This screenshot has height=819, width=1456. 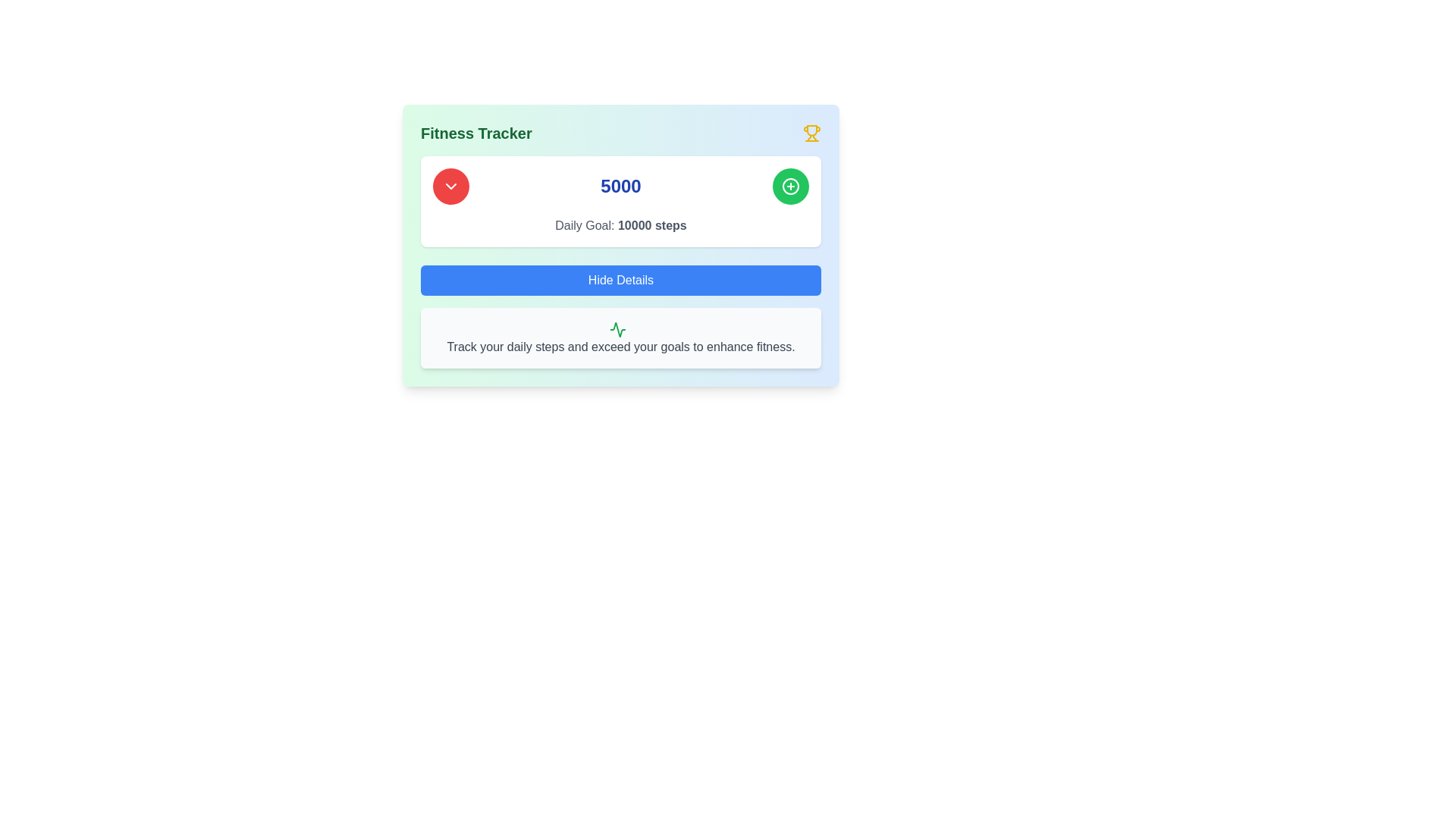 I want to click on the informational text block containing the green activity icon and the text 'Track your daily steps and exceed your goals to enhance fitness.' positioned below the 'Hide Details' button, so click(x=621, y=337).